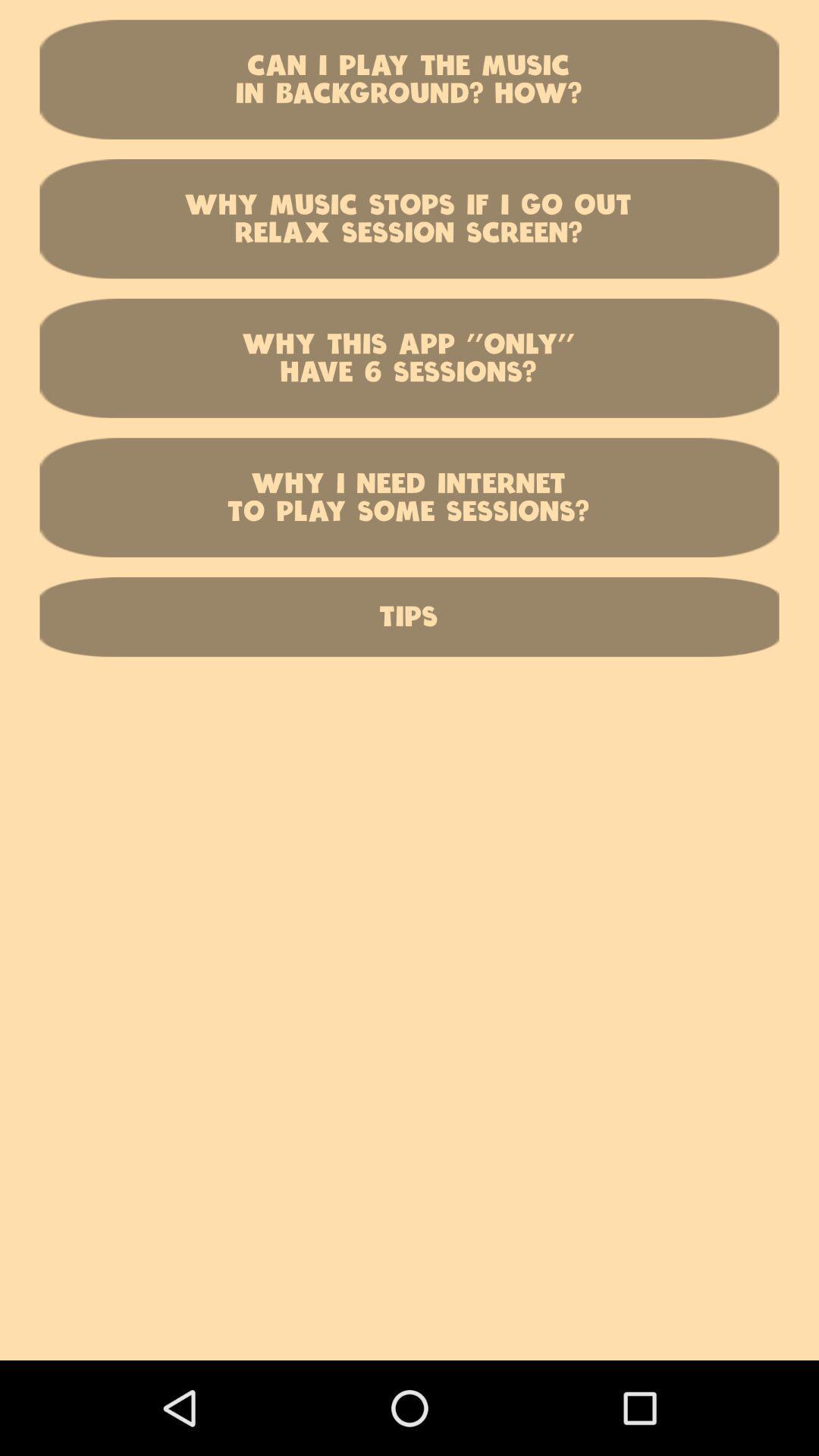 The image size is (819, 1456). I want to click on the why music stops, so click(409, 218).